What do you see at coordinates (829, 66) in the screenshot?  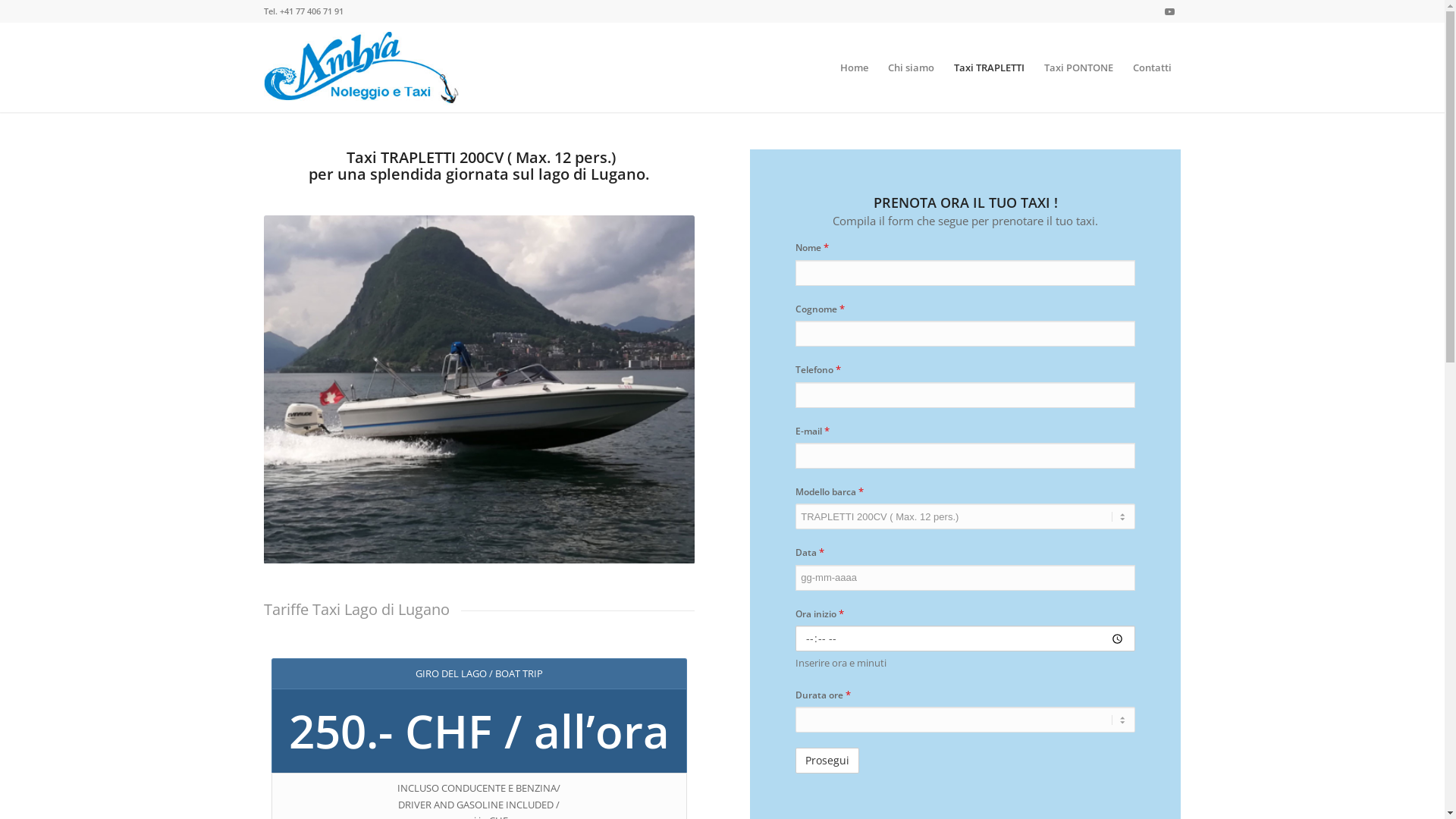 I see `'Home'` at bounding box center [829, 66].